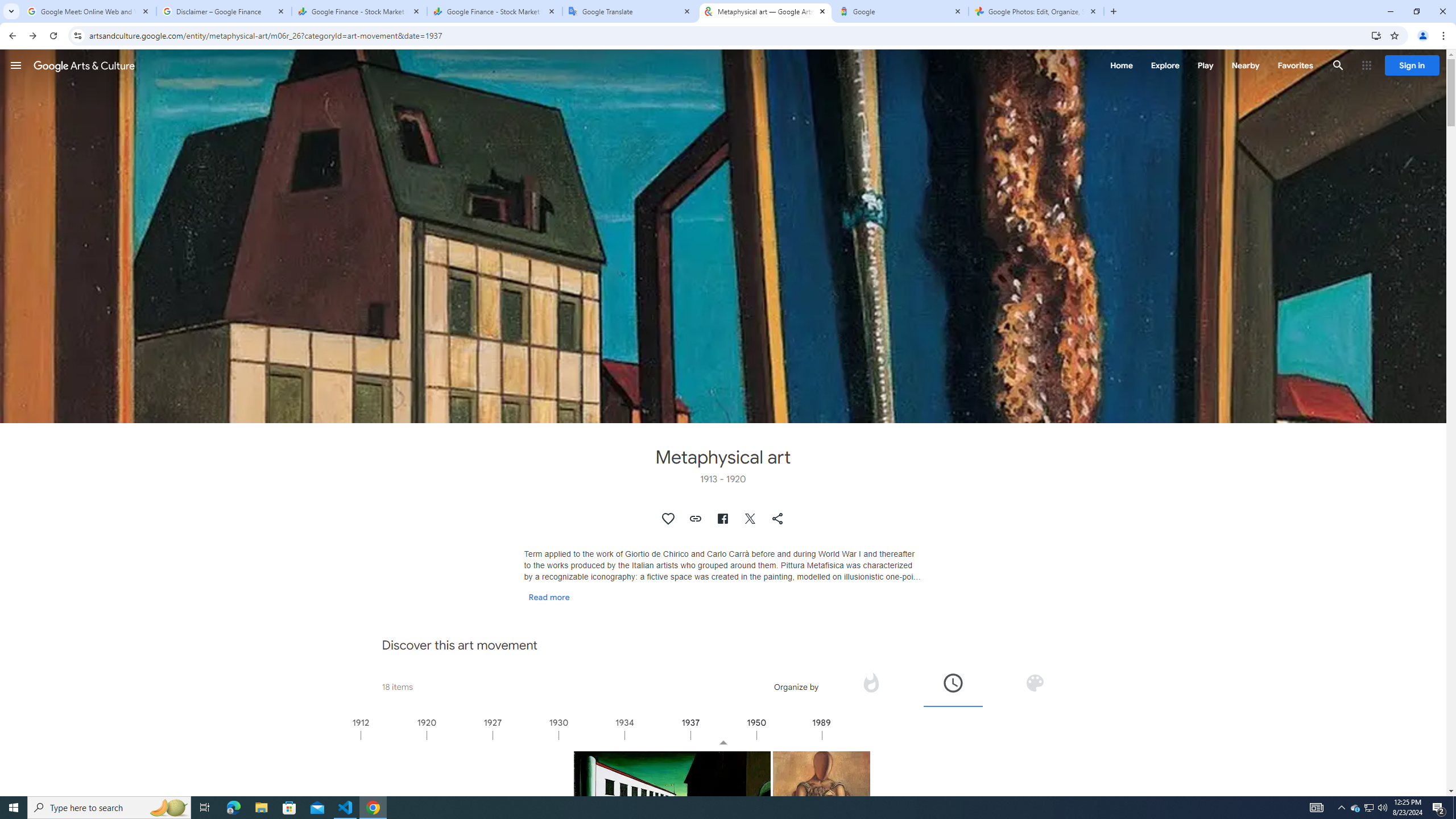 The image size is (1456, 819). I want to click on 'Install Google Arts & Culture', so click(1376, 35).